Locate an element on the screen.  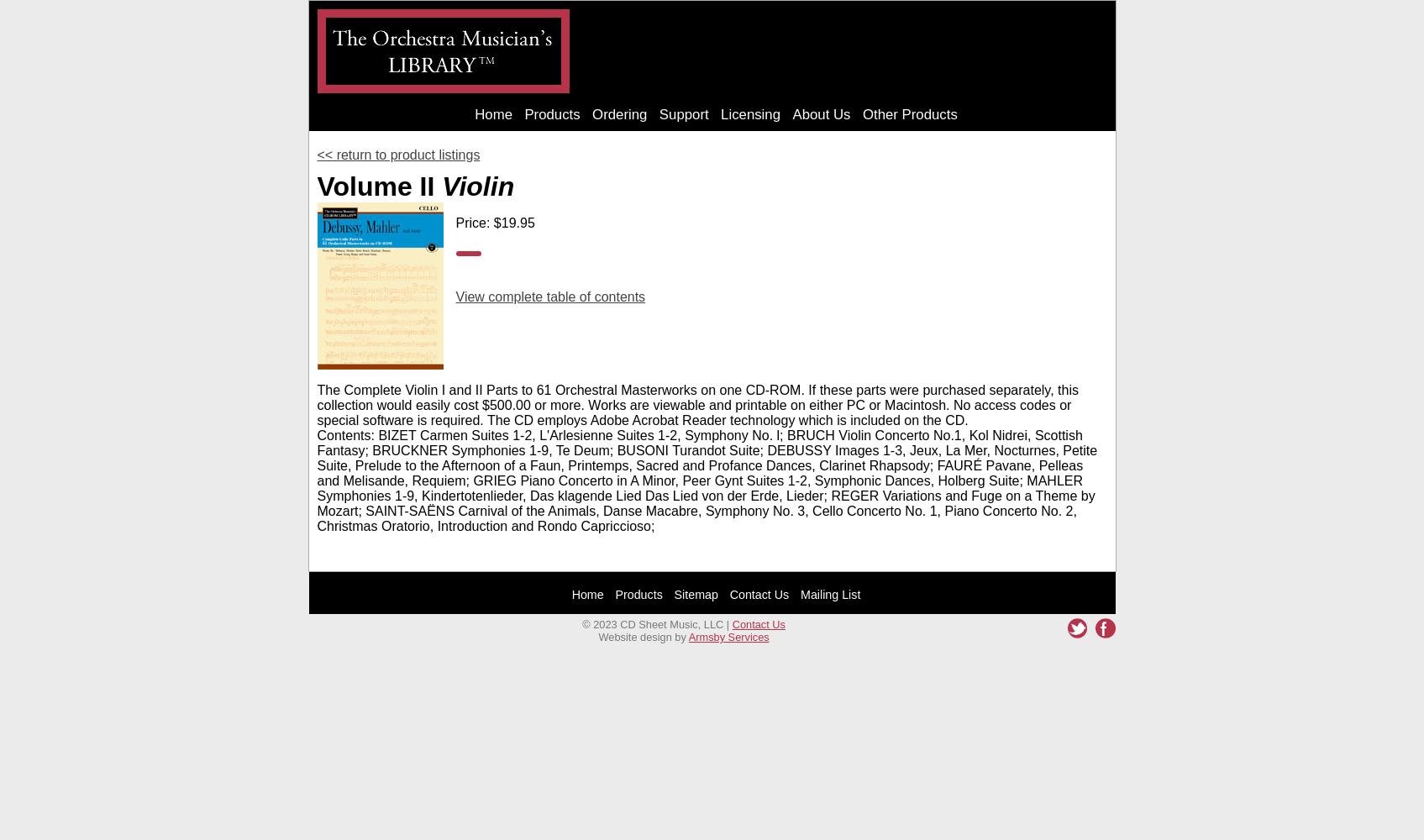
'Contents: BIZET Carmen Suites 1-2, L'Arlesienne Suites 1-2, Symphony No. l; BRUCH Violin Concerto No.1, Kol Nidrei, Scottish Fantasy; BRUCKNER Symphonies 1-9, Te Deum; BUSONI Turandot Suite; DEBUSSY Images 1-3, Jeux, La Mer, Nocturnes, Petite Suite, Prelude to the Afternoon of a Faun, Printemps, Sacred and Profance Dances, Clarinet Rhapsody; FAURÉ Pavane, Pelleas and Melisande, Requiem; GRIEG Piano Concerto in A Minor, Peer Gynt Suites 1-2, Symphonic Dances, Holberg Suite; MAHLER Symphonies 1-9, Kindertotenlieder, Das klagende Lied Das Lied von der Erde, Lieder; REGER Variations and Fuge on a Theme by Mozart; SAINT-SAËNS Carnival of the Animals, Danse Macabre, Symphony No. 3, Cello Concerto No. 1, Piano Concerto No. 2, Christmas Oratorio, Introduction and Rondo Capriccioso;' is located at coordinates (707, 480).